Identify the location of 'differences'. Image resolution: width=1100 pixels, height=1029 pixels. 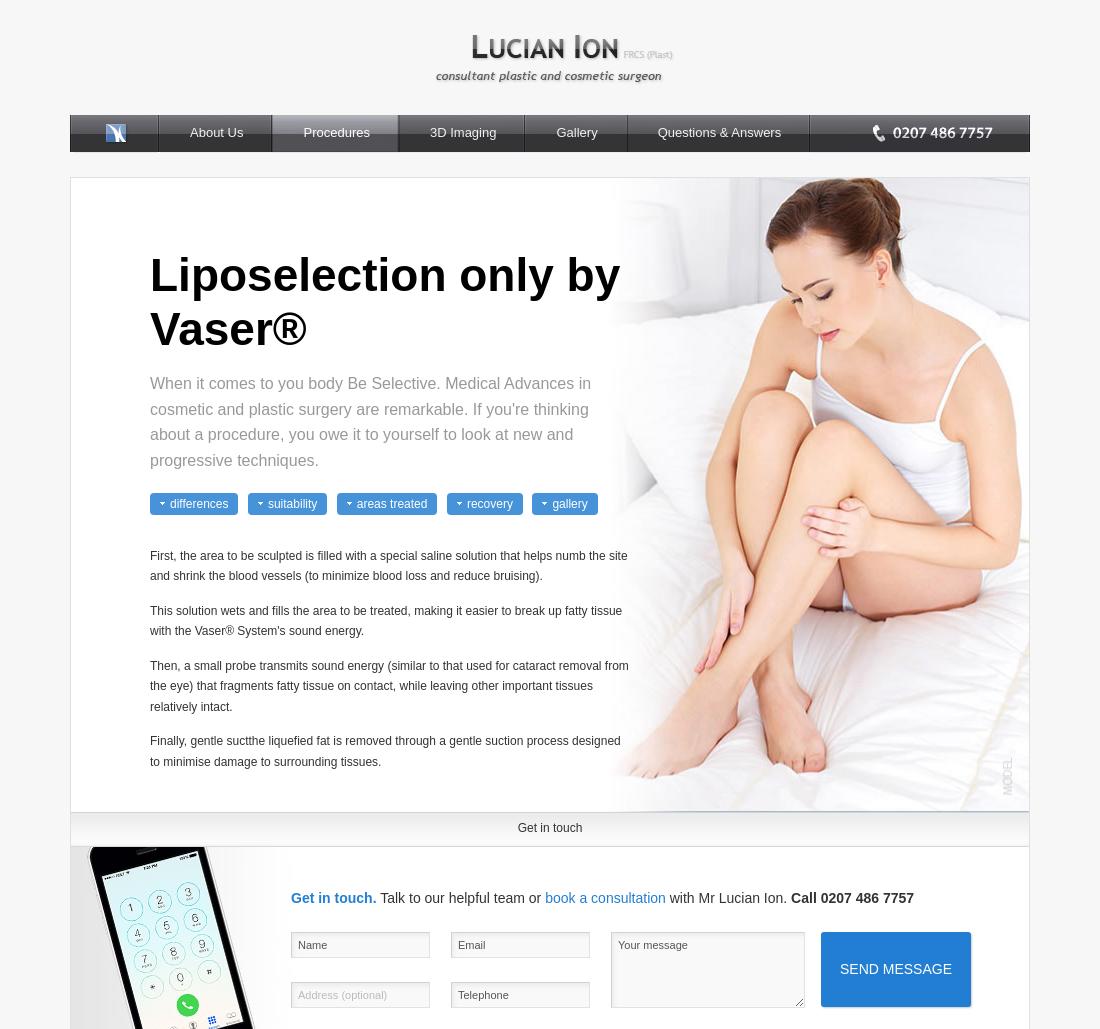
(168, 502).